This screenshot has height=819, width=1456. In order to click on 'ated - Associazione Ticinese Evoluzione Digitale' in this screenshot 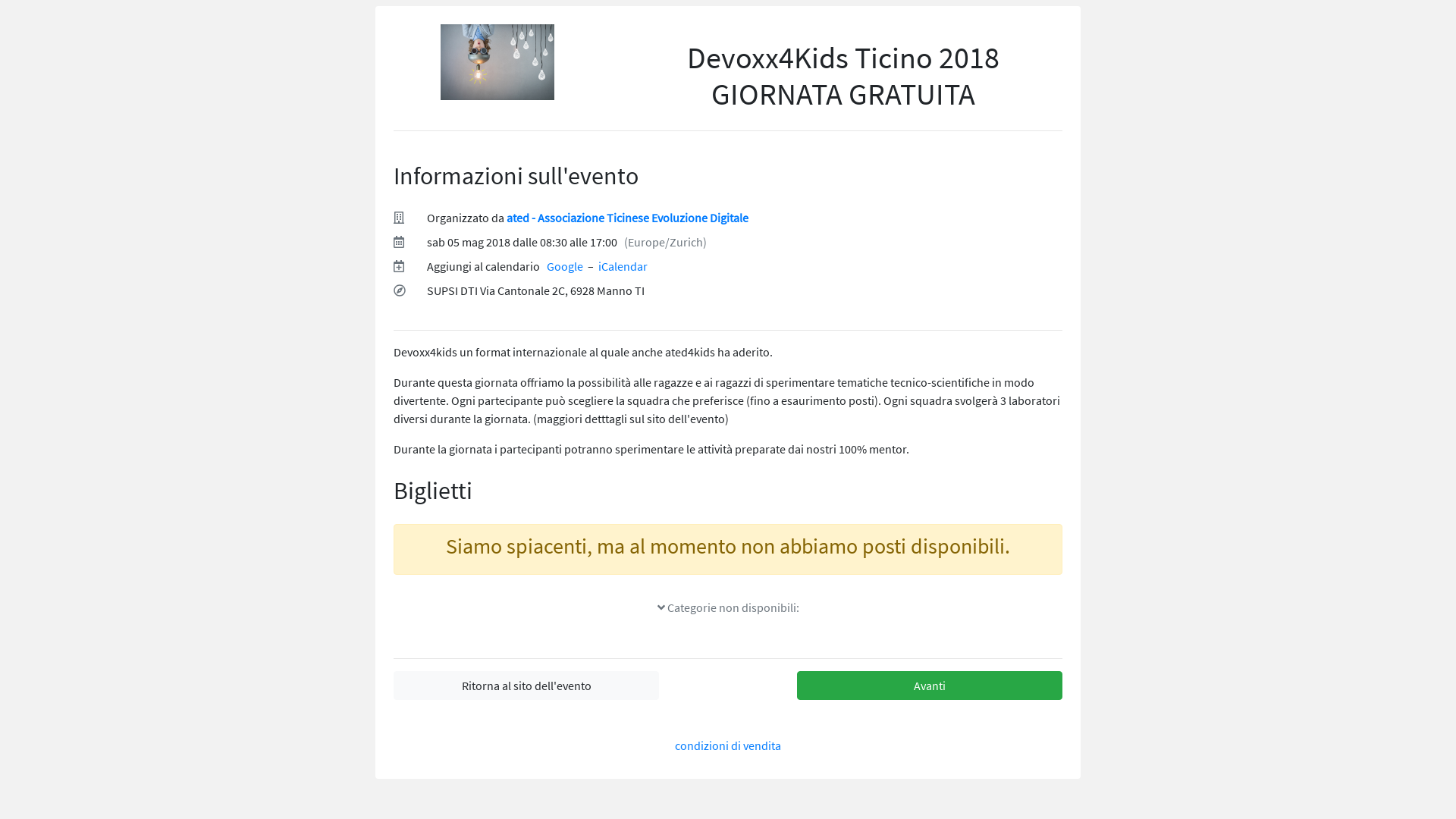, I will do `click(627, 217)`.